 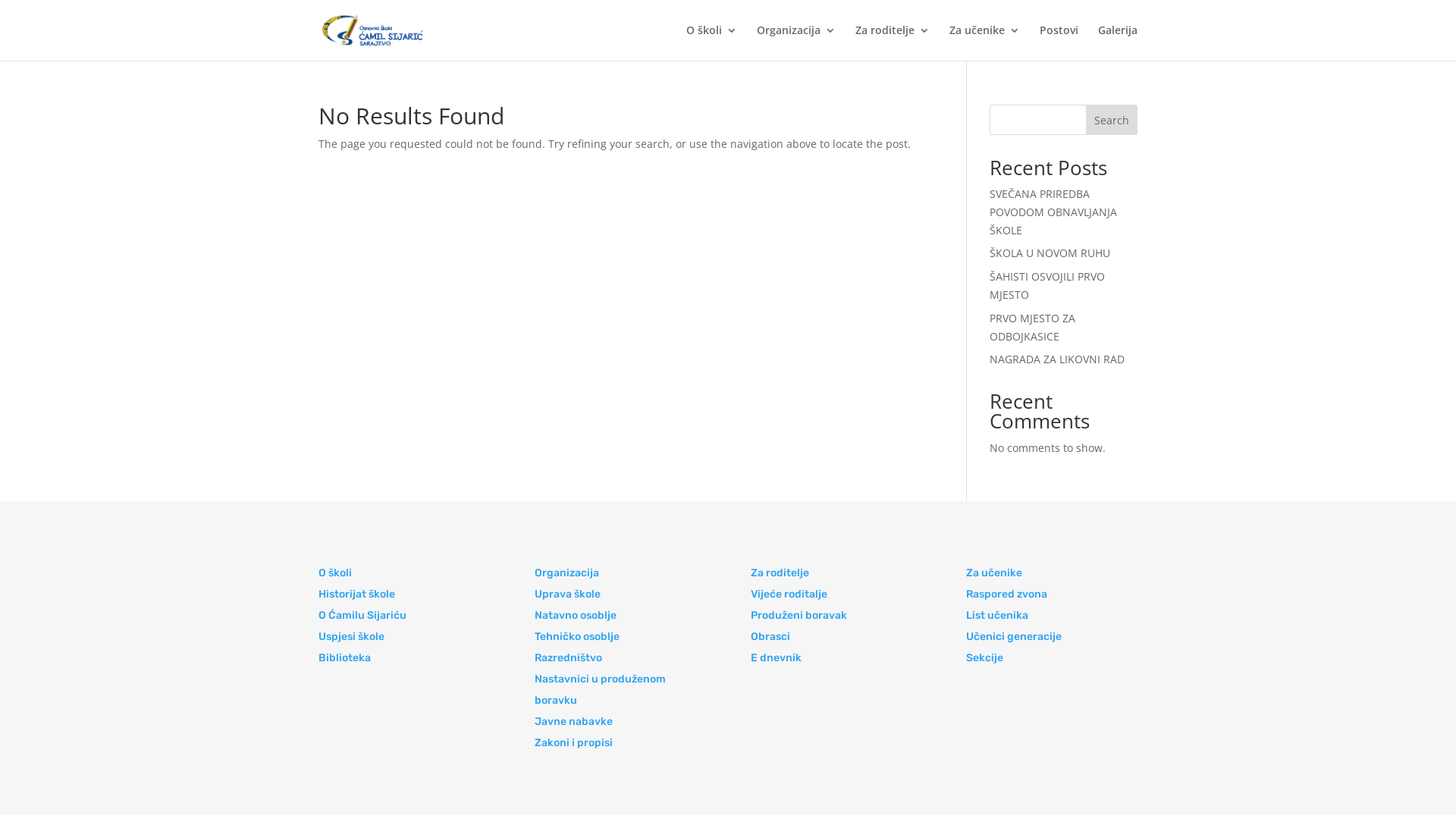 I want to click on 'Sekcije', so click(x=984, y=657).